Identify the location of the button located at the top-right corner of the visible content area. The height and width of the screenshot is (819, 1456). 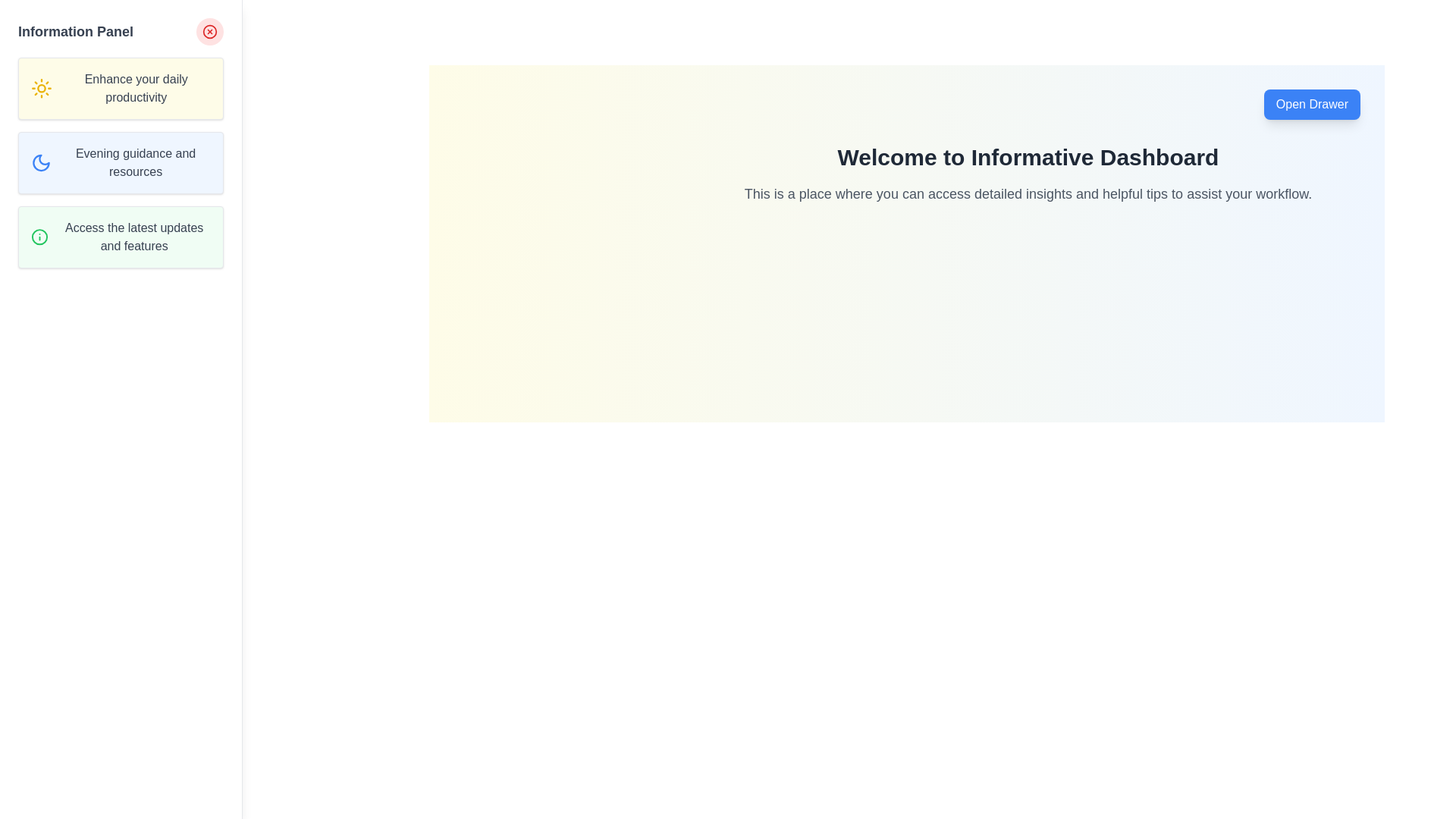
(1311, 104).